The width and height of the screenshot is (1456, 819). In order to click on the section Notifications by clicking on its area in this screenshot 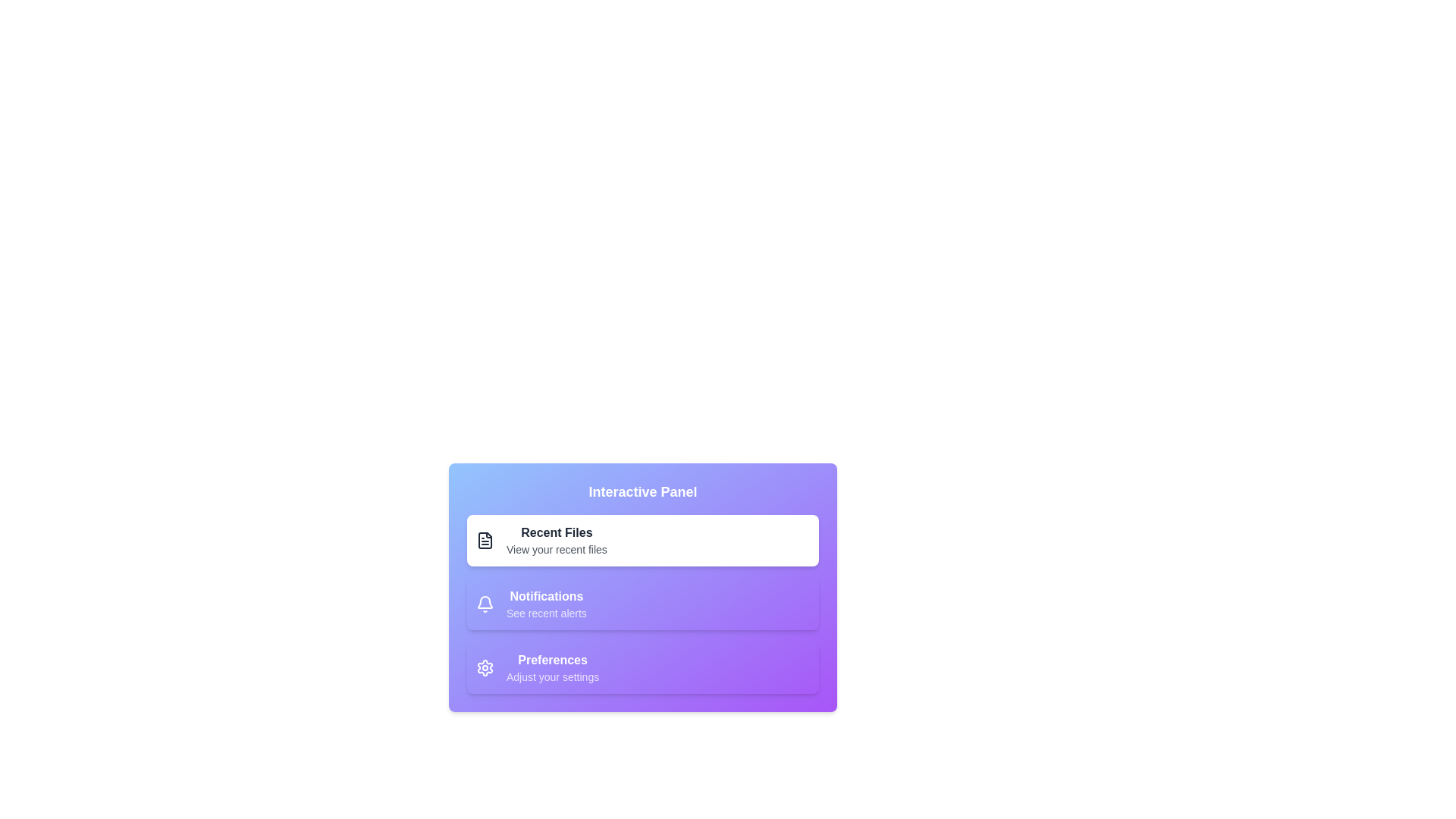, I will do `click(643, 604)`.